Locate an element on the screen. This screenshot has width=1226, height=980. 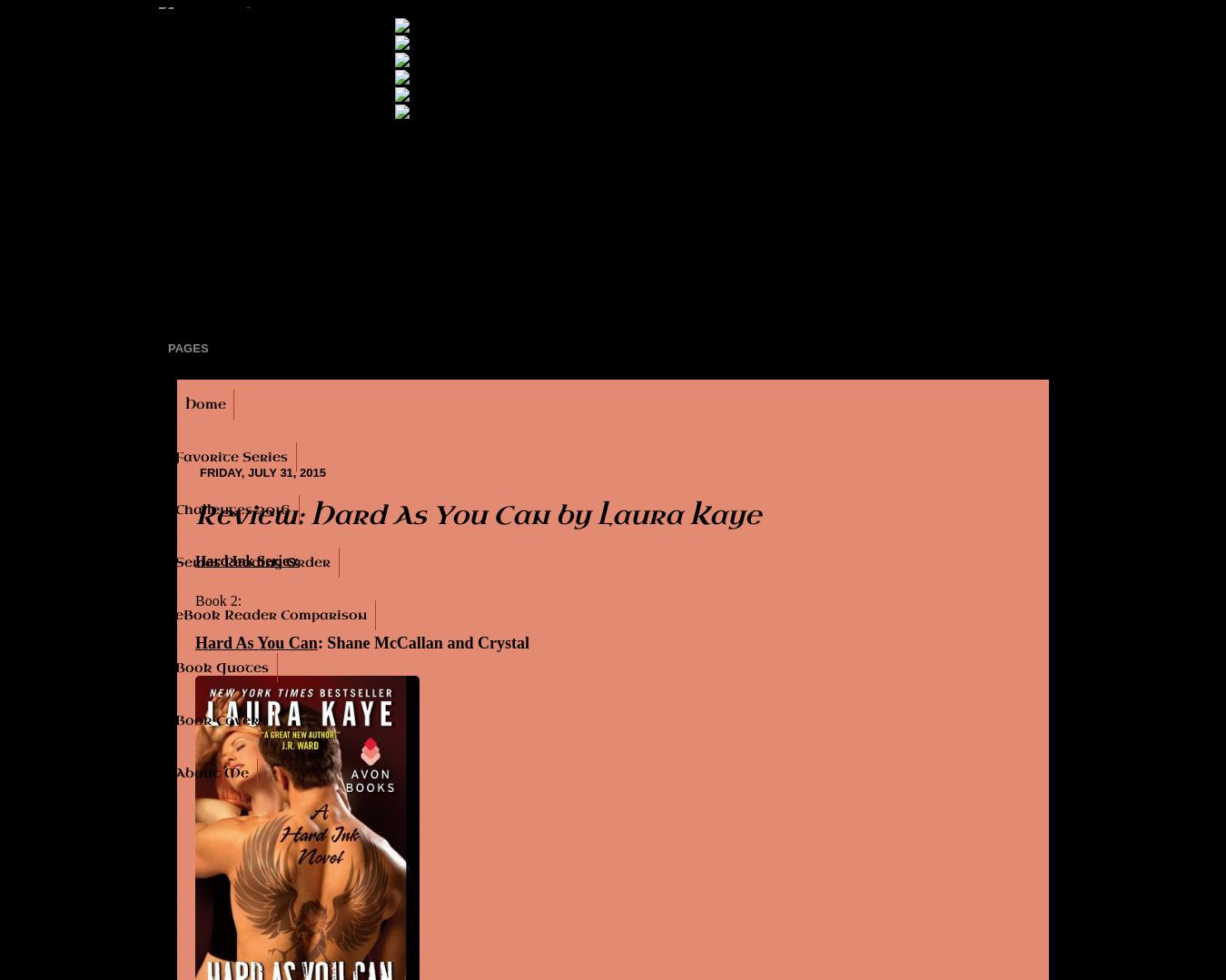
'About Me' is located at coordinates (175, 773).